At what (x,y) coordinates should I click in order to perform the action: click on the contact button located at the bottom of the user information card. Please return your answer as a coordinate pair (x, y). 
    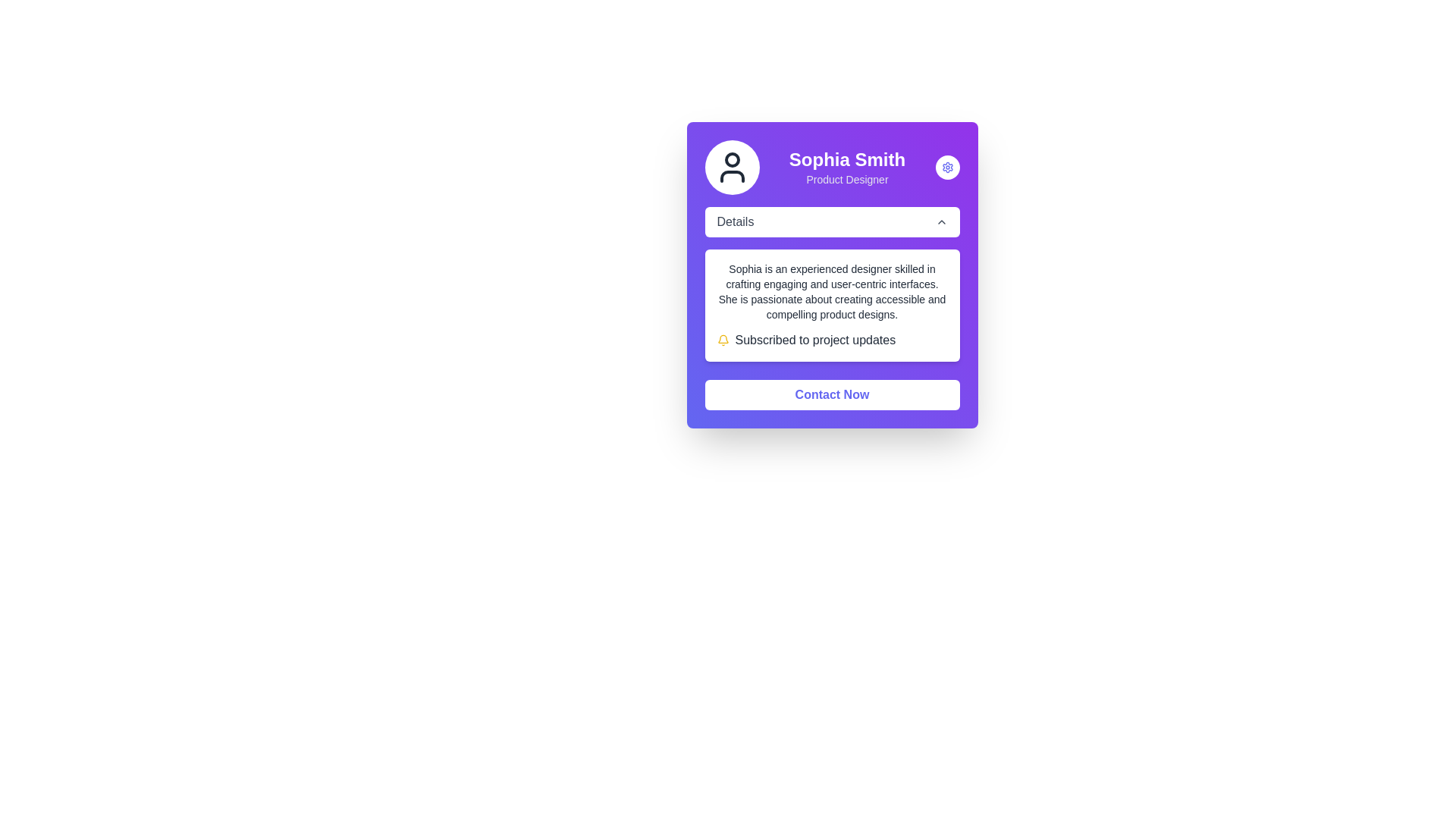
    Looking at the image, I should click on (831, 394).